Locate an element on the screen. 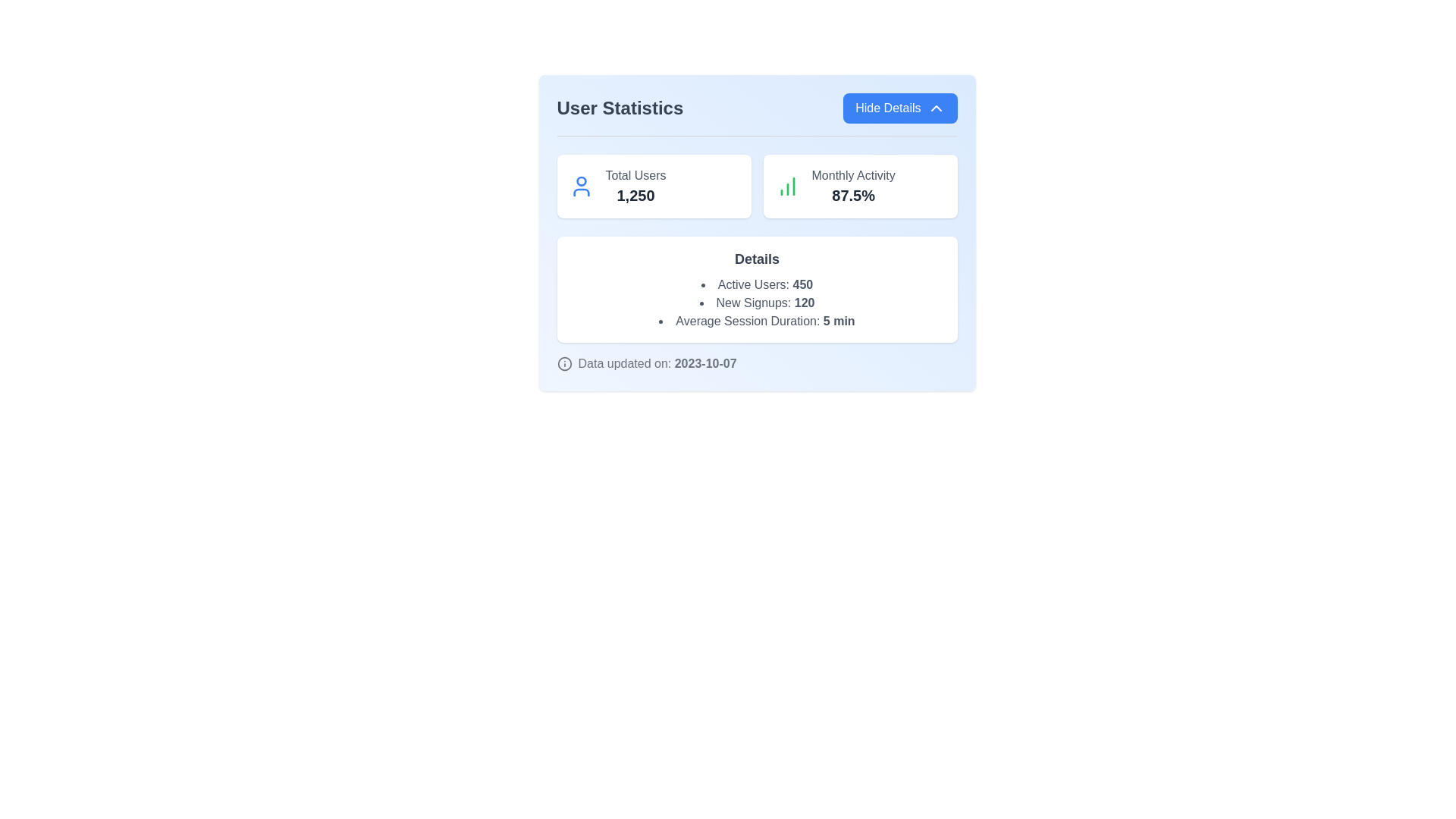 The width and height of the screenshot is (1456, 819). text from the Text Label that serves as a header for the information about 'Active Users', 'New Signups', and 'Average Session Duration' is located at coordinates (757, 259).